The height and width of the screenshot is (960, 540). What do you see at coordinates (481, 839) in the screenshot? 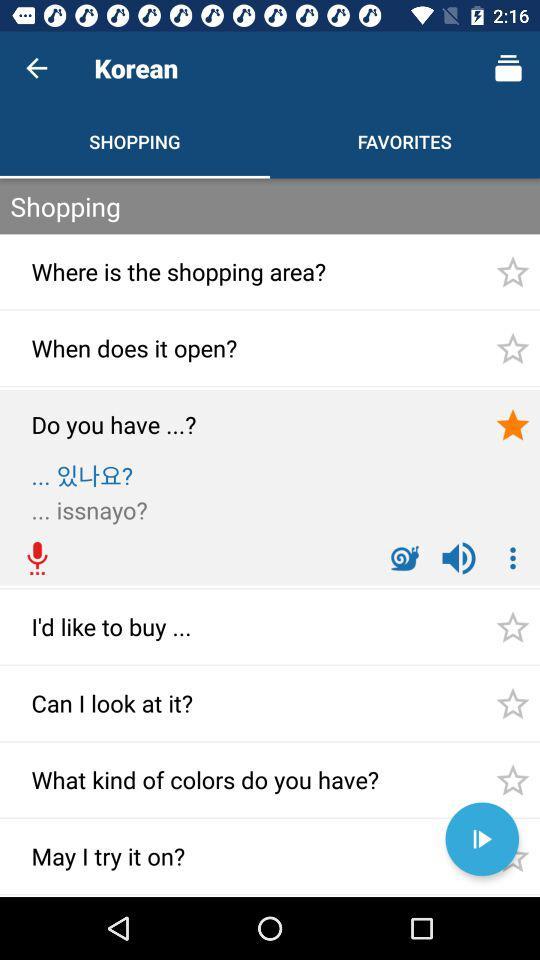
I see `the av_forward icon` at bounding box center [481, 839].